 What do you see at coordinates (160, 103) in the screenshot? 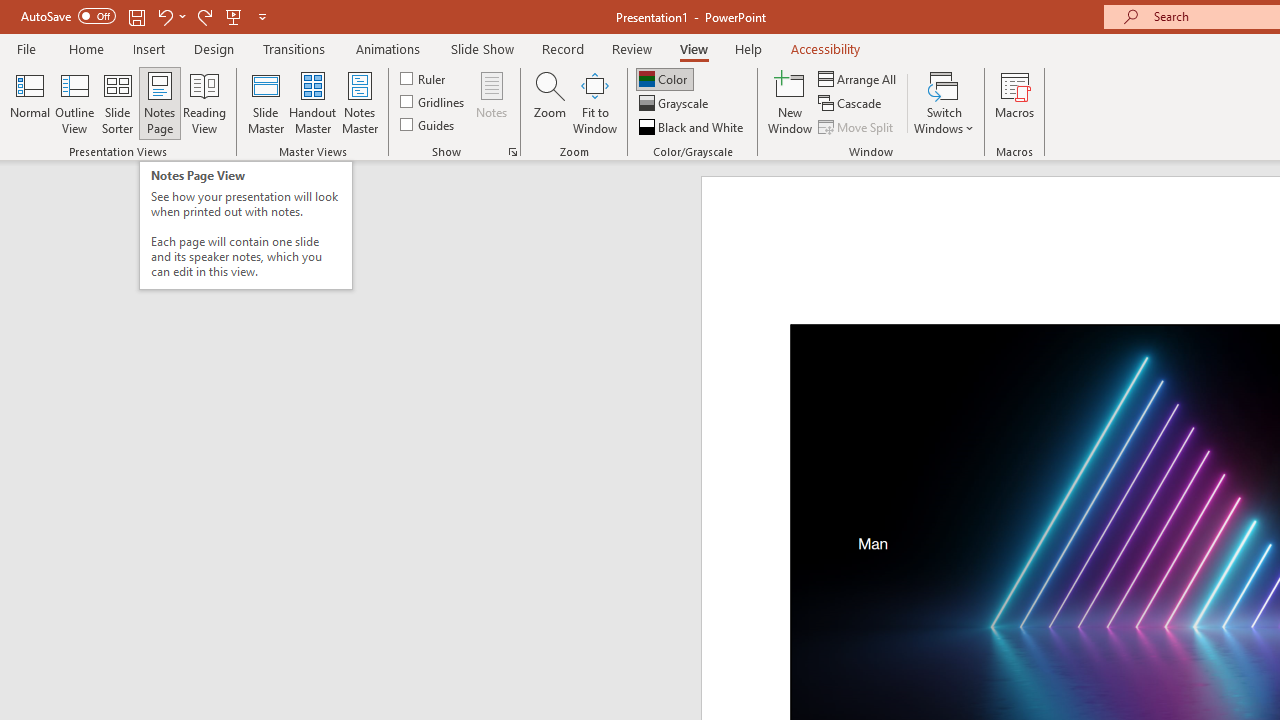
I see `'Notes Page'` at bounding box center [160, 103].